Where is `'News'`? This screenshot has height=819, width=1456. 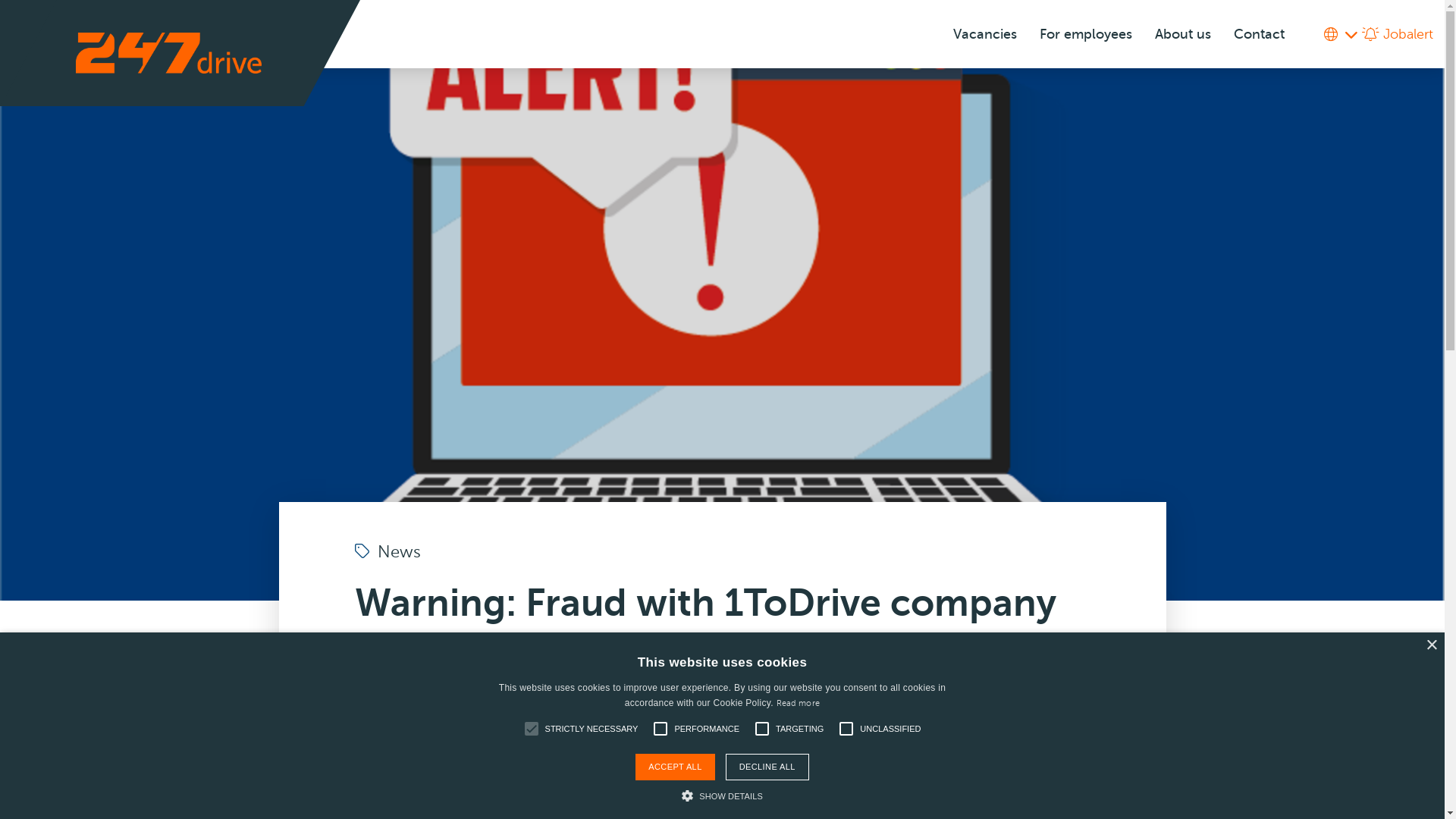
'News' is located at coordinates (388, 552).